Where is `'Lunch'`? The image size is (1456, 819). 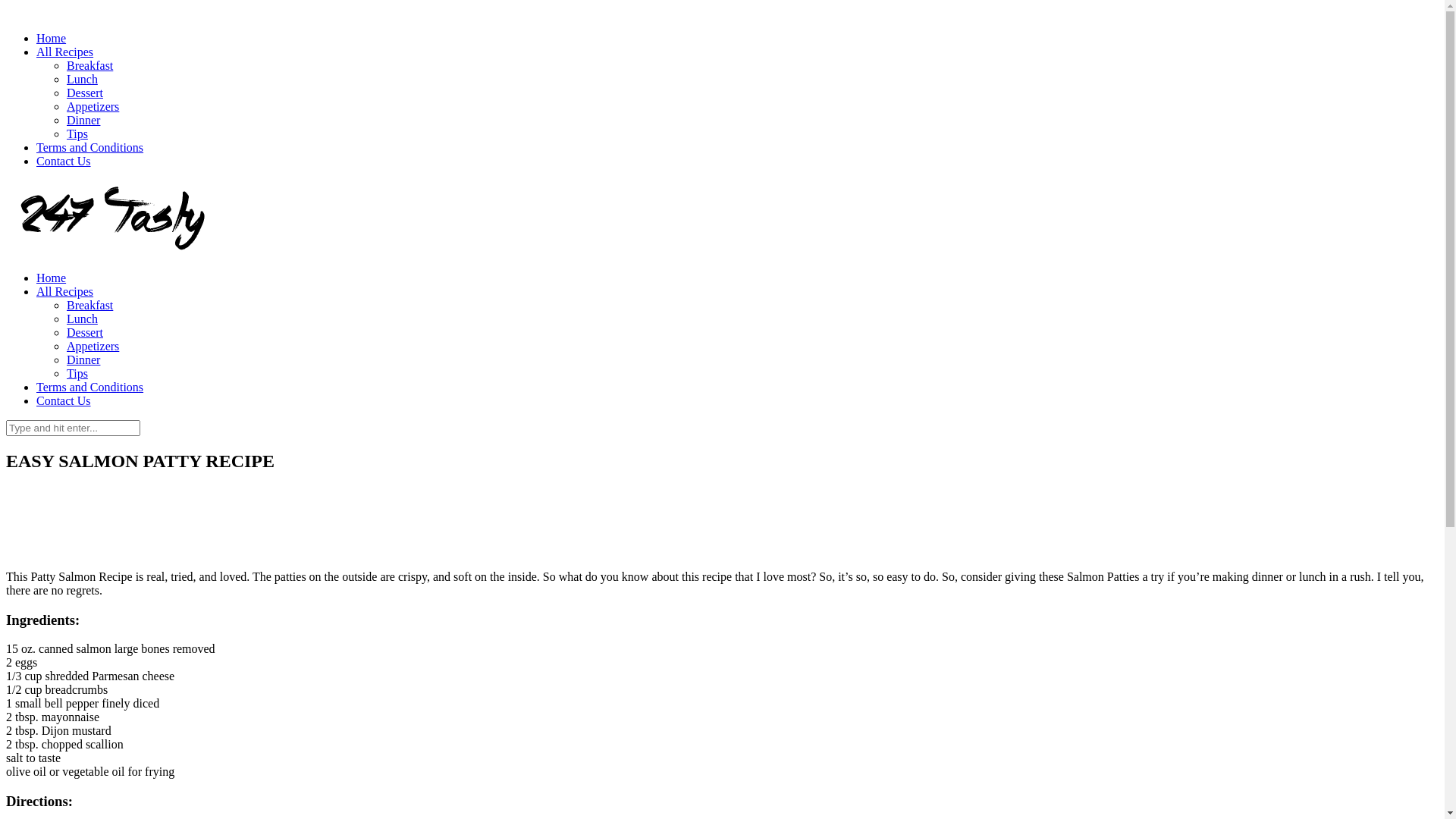
'Lunch' is located at coordinates (81, 318).